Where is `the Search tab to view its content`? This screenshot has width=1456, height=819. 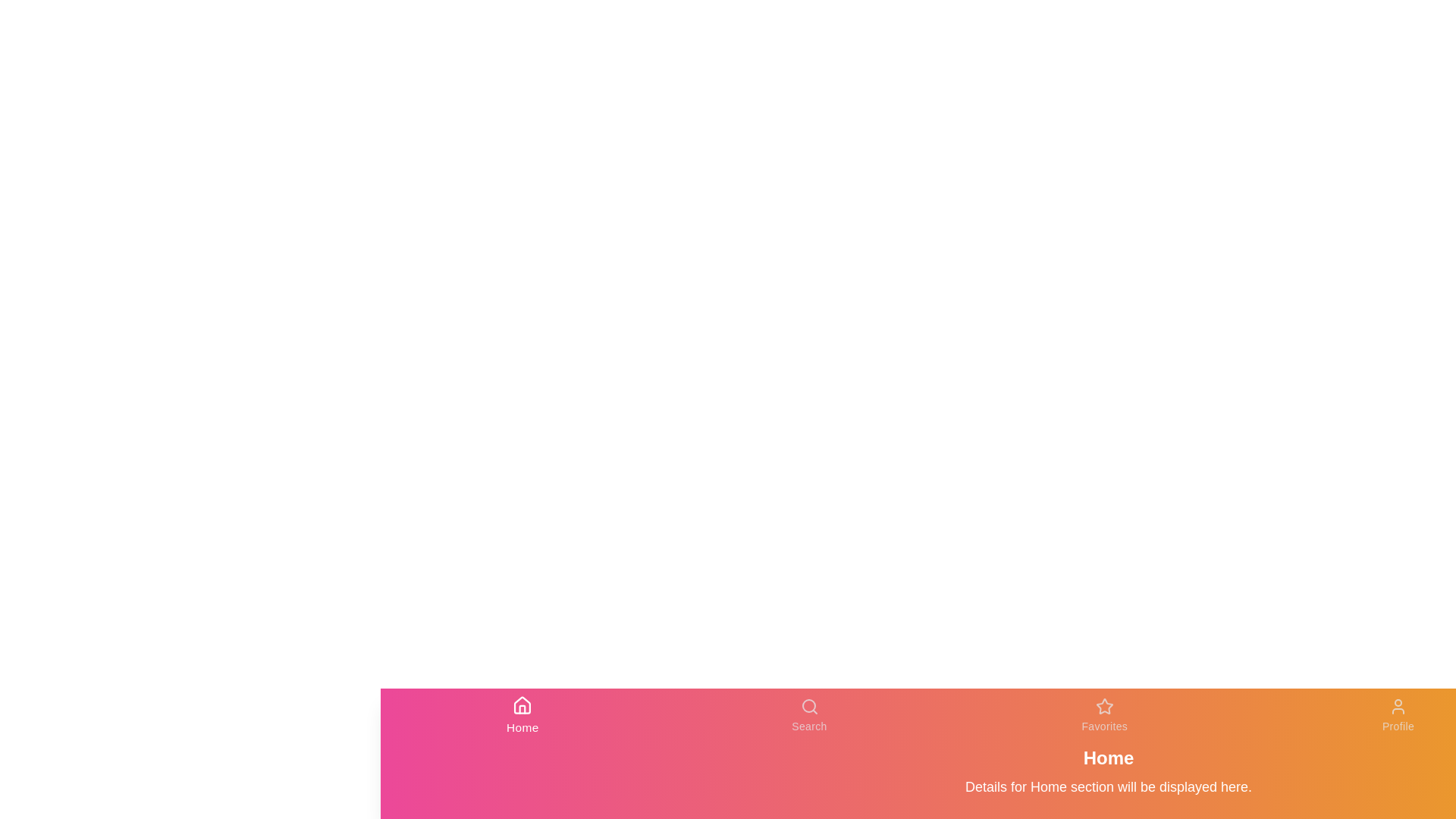
the Search tab to view its content is located at coordinates (808, 716).